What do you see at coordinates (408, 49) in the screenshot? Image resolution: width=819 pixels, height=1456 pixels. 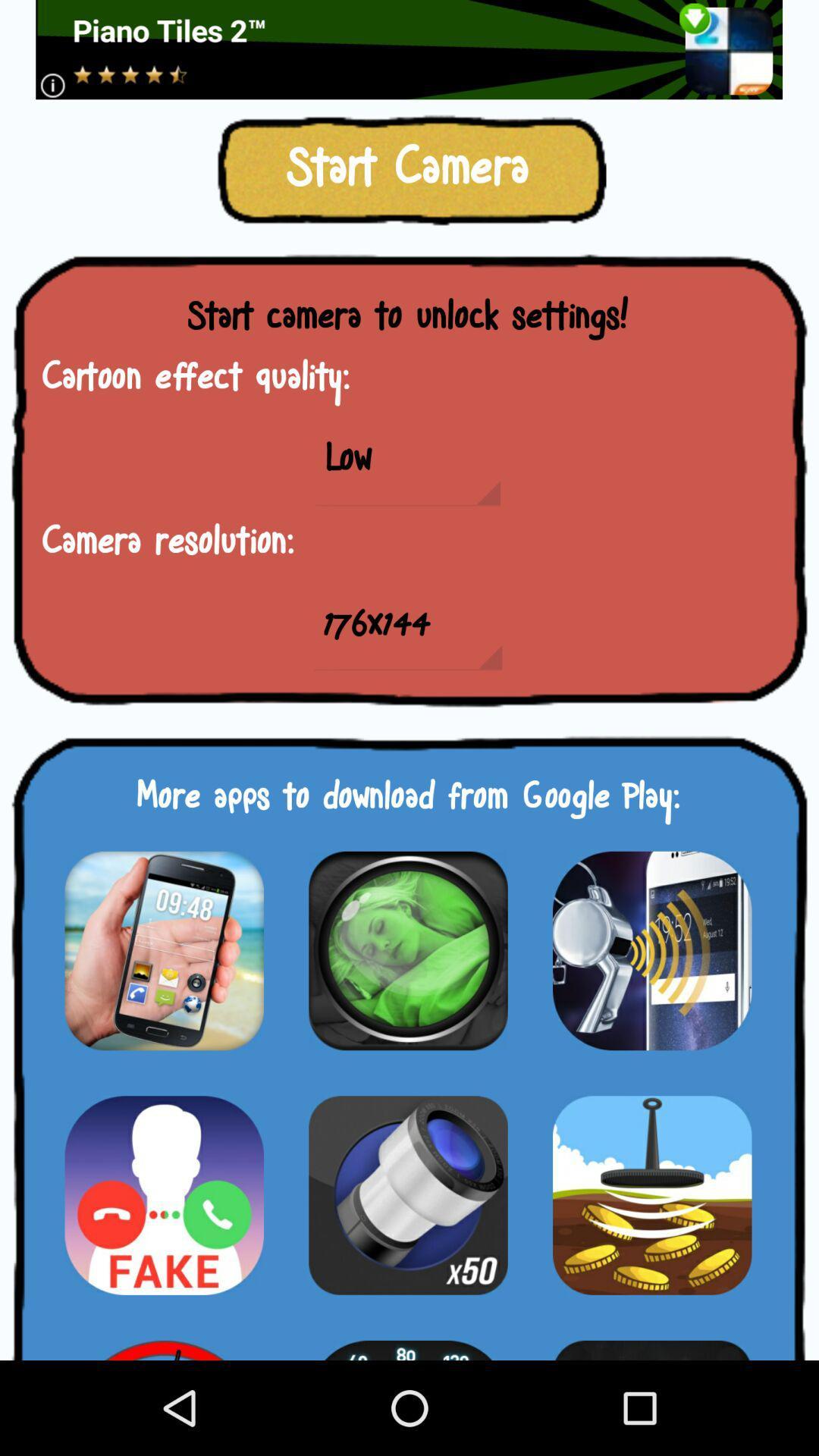 I see `advertisement option` at bounding box center [408, 49].